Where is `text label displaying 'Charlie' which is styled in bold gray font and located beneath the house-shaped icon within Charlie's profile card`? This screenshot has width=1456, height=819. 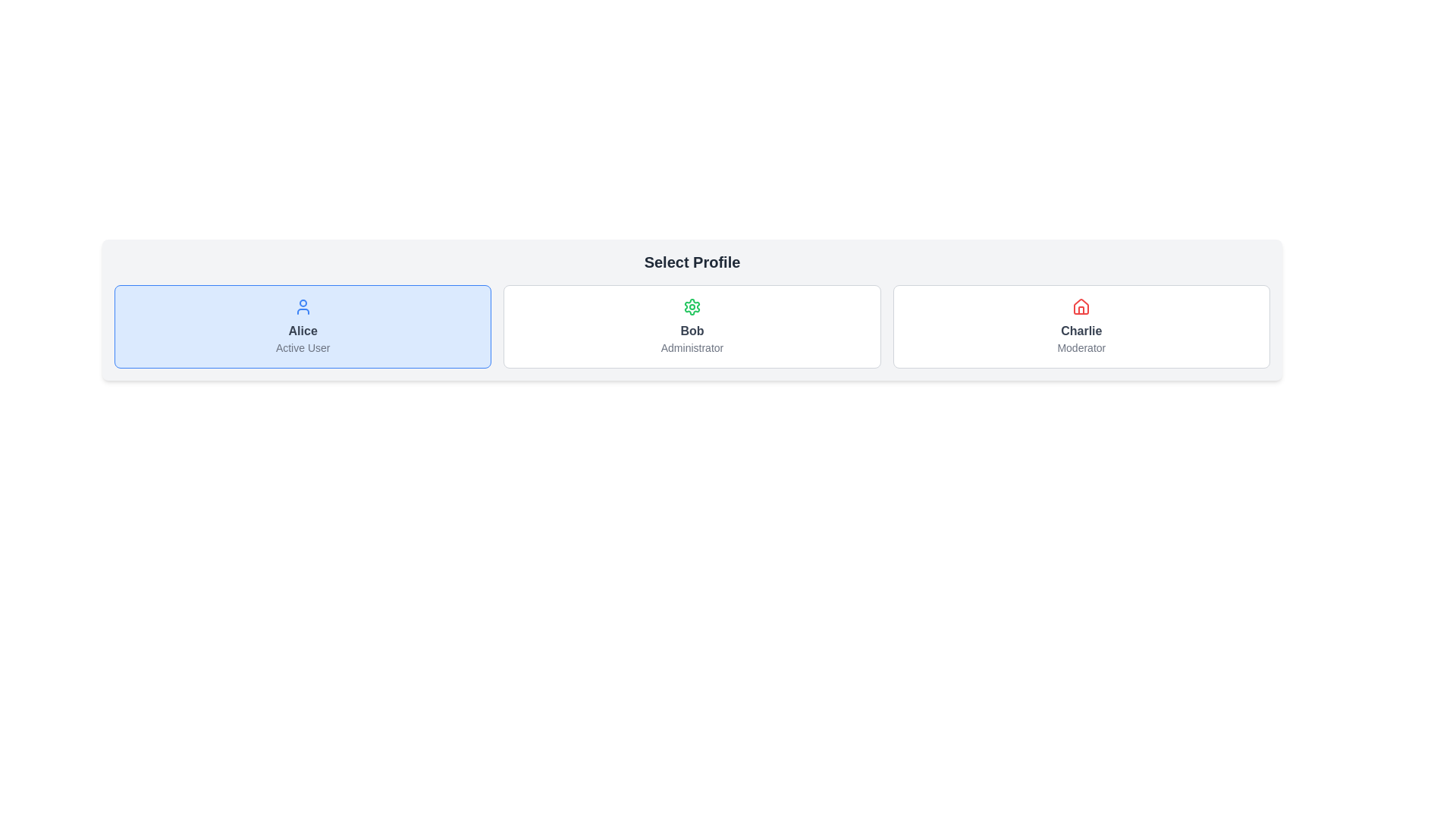 text label displaying 'Charlie' which is styled in bold gray font and located beneath the house-shaped icon within Charlie's profile card is located at coordinates (1081, 330).